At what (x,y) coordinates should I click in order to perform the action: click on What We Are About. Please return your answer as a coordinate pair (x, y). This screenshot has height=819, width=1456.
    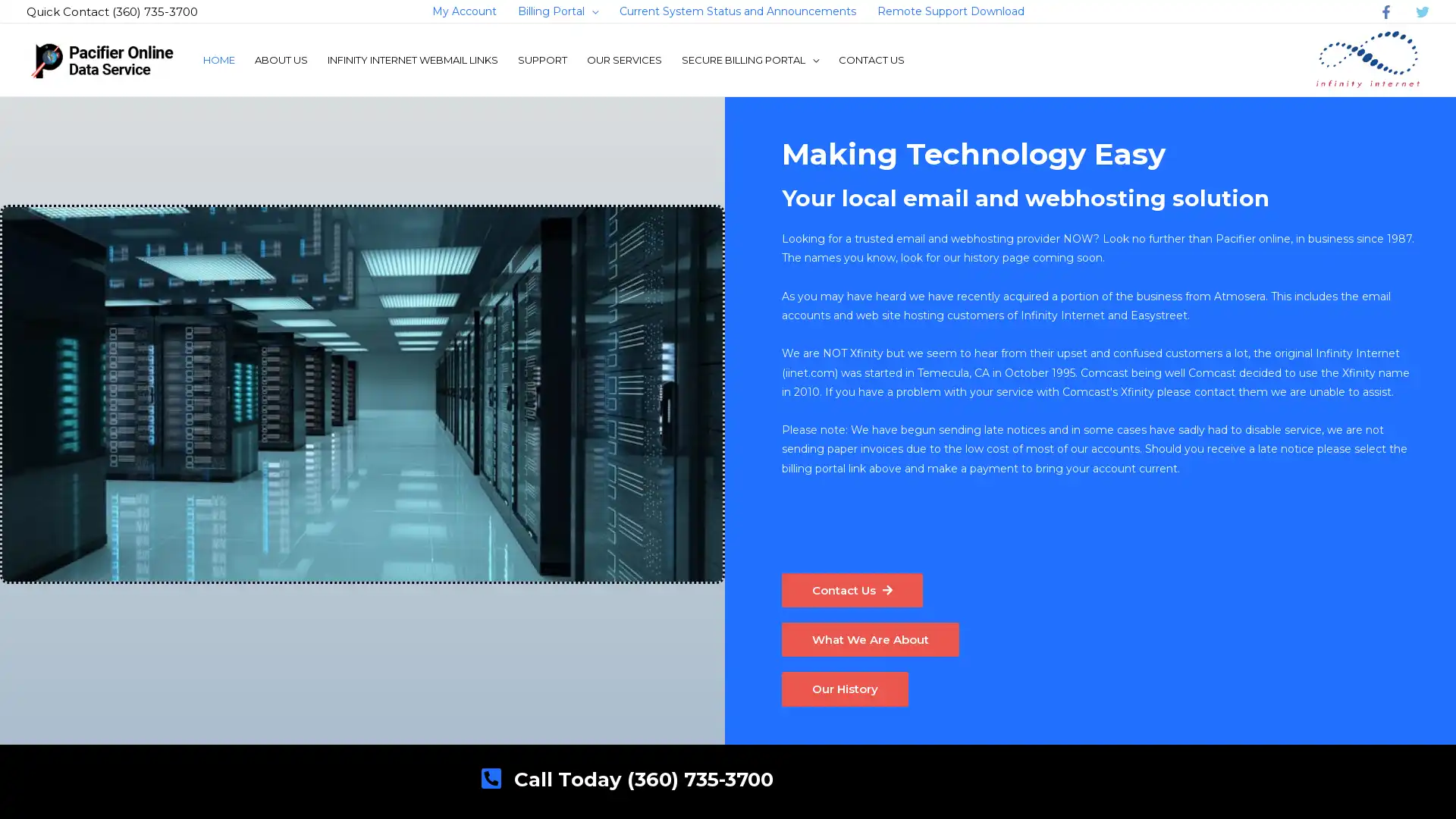
    Looking at the image, I should click on (874, 641).